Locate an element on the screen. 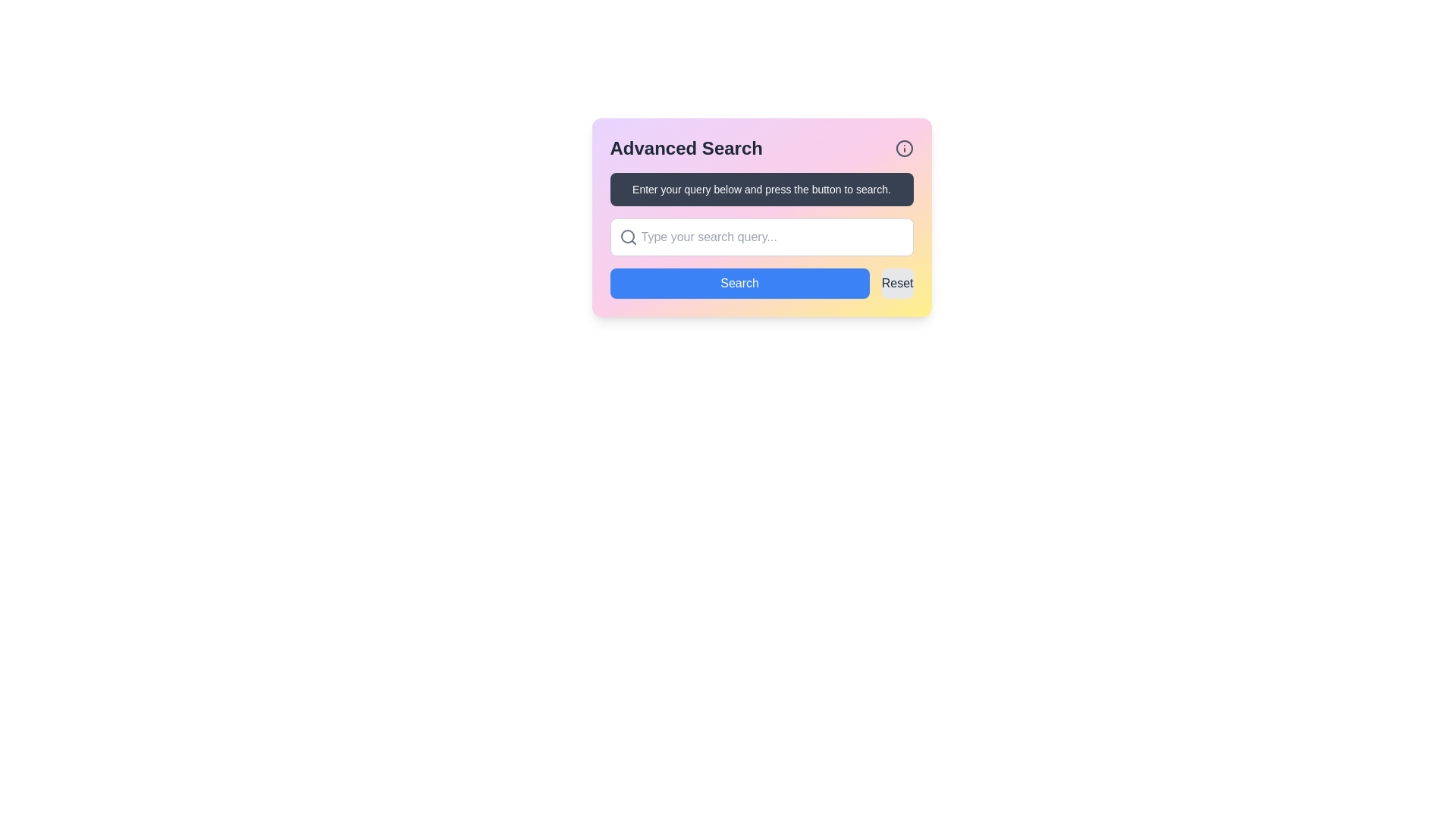 The height and width of the screenshot is (819, 1456). the circular SVG element located at the top-right corner of the main application's search panel, which is part of a stylized 'info' symbol is located at coordinates (904, 149).